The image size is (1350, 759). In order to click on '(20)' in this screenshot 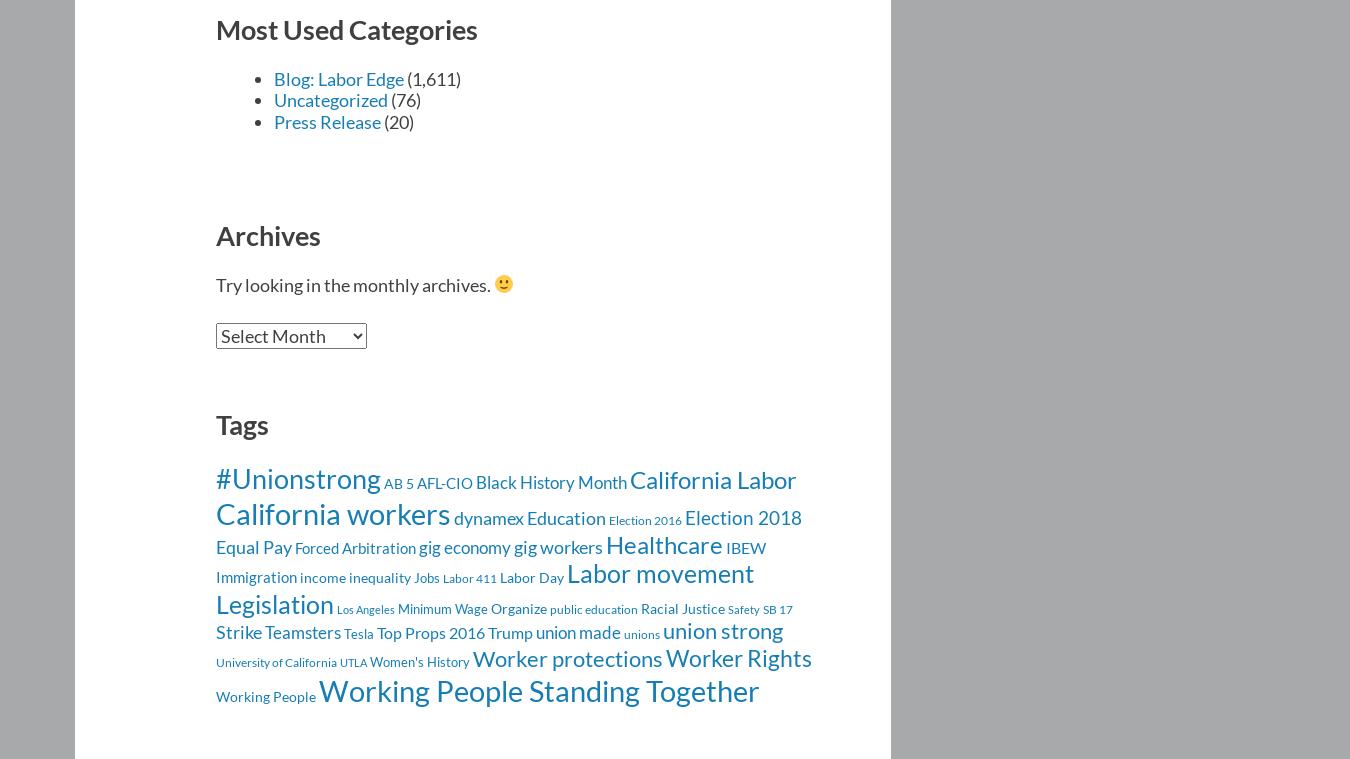, I will do `click(397, 119)`.